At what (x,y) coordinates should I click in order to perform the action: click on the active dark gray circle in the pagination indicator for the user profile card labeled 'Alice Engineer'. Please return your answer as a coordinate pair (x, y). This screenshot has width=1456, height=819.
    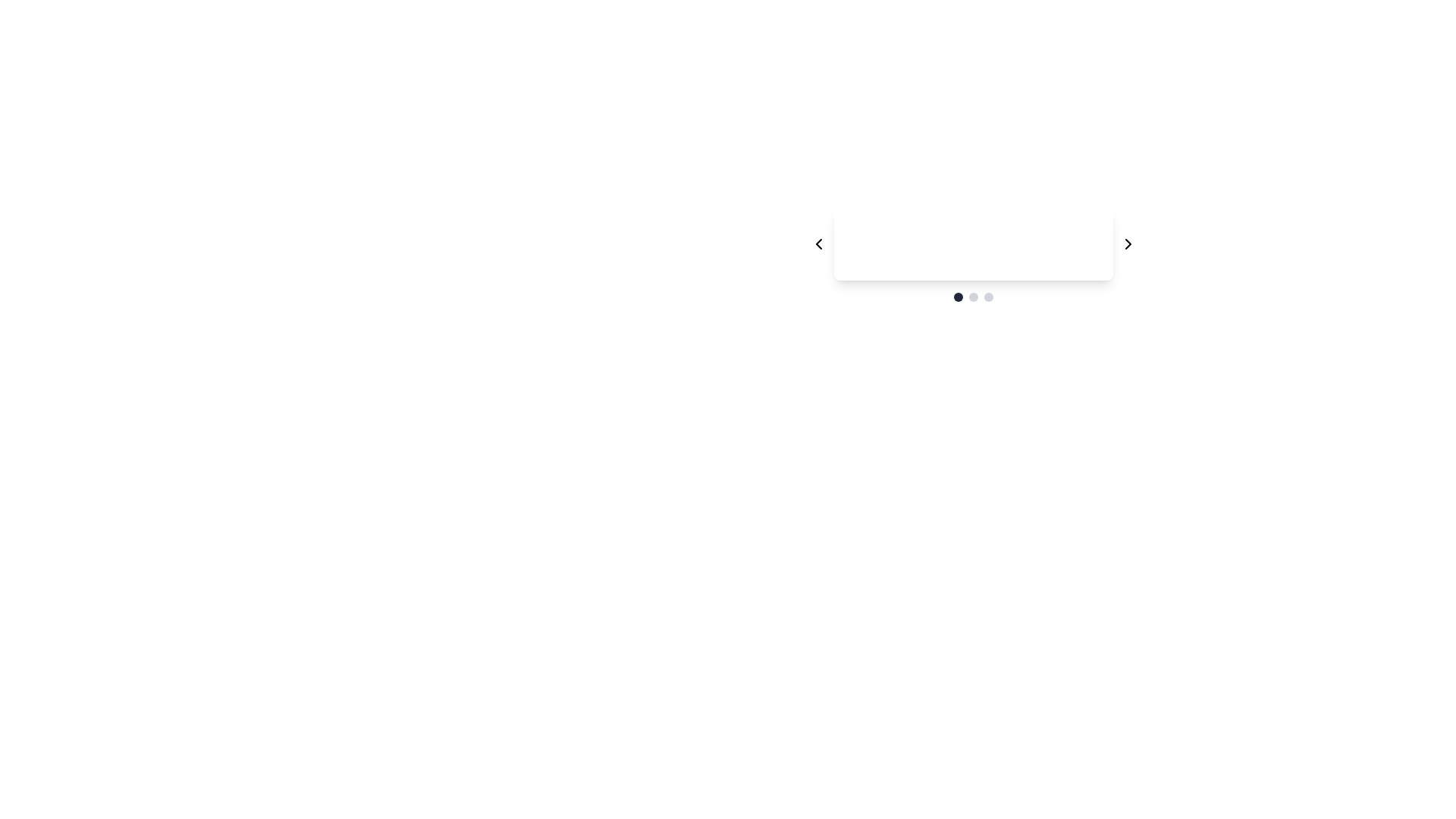
    Looking at the image, I should click on (973, 297).